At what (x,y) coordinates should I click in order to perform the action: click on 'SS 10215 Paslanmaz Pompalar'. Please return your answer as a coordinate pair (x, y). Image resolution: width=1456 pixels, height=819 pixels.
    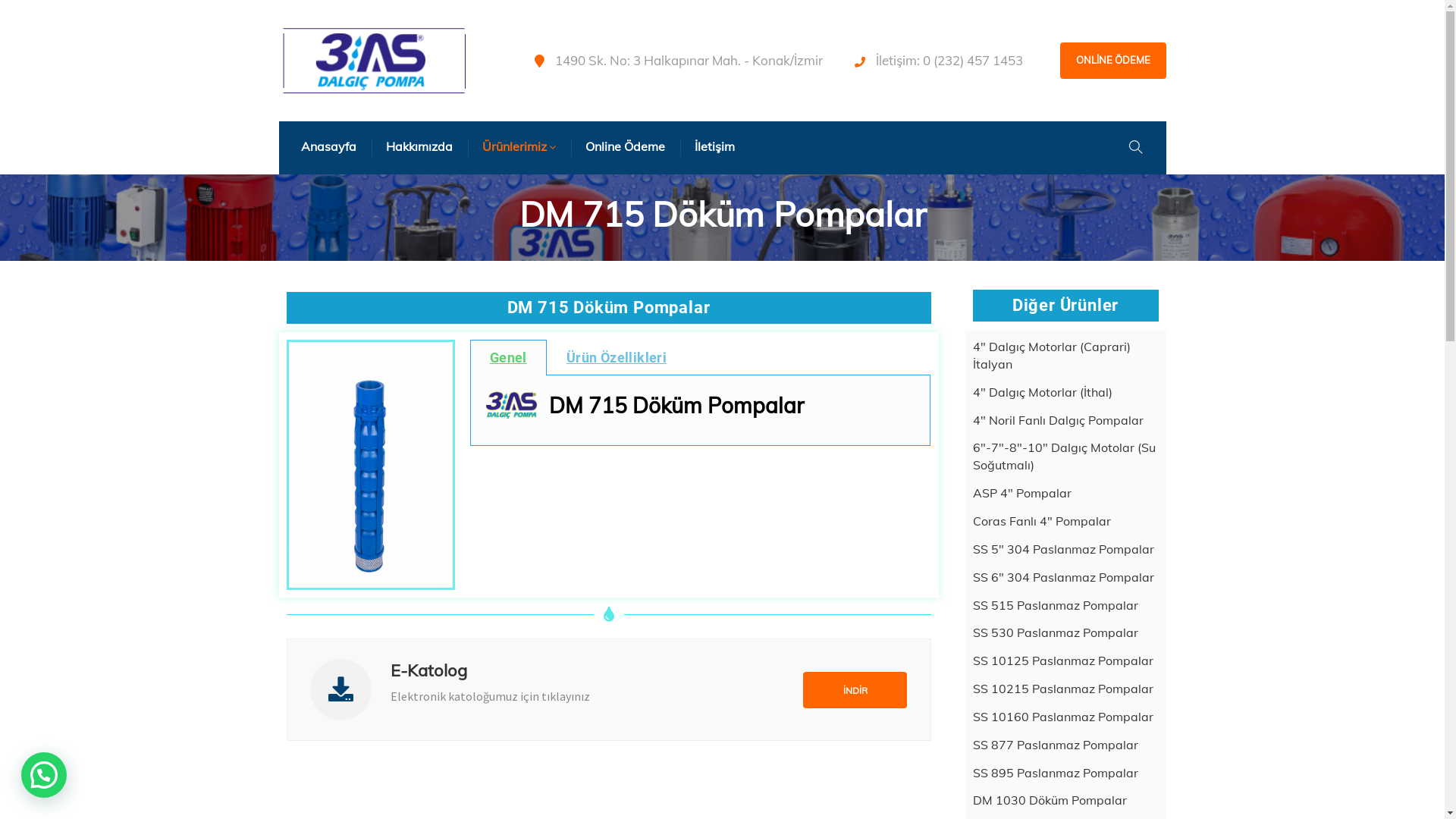
    Looking at the image, I should click on (1062, 689).